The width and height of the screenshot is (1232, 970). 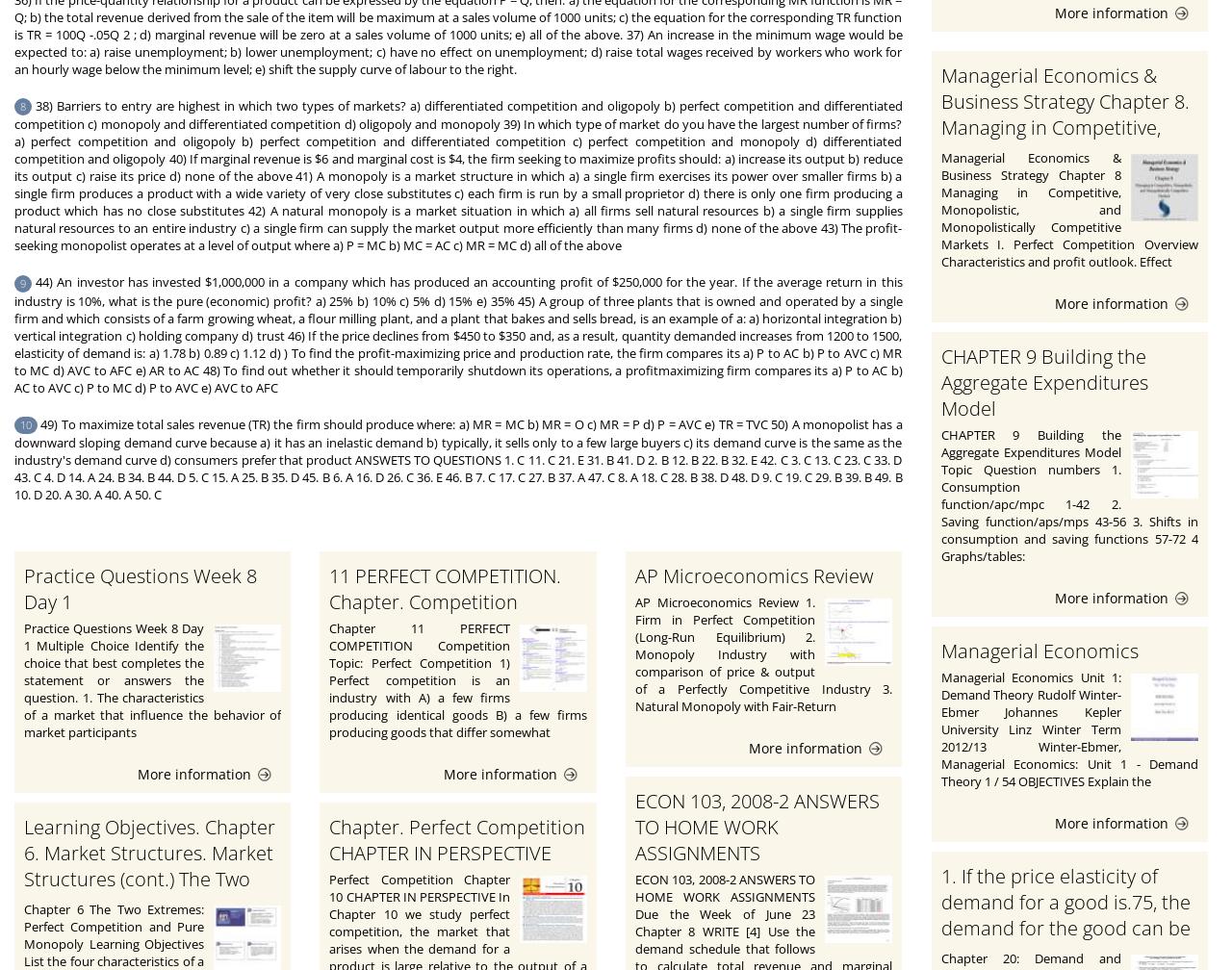 What do you see at coordinates (1068, 209) in the screenshot?
I see `'Managerial Economics & Business Strategy Chapter 8 Managing in Competitive, Monopolistic, and Monopolistically Competitive Markets I. Perfect Competition Overview Characteristics and profit outlook. Effect'` at bounding box center [1068, 209].